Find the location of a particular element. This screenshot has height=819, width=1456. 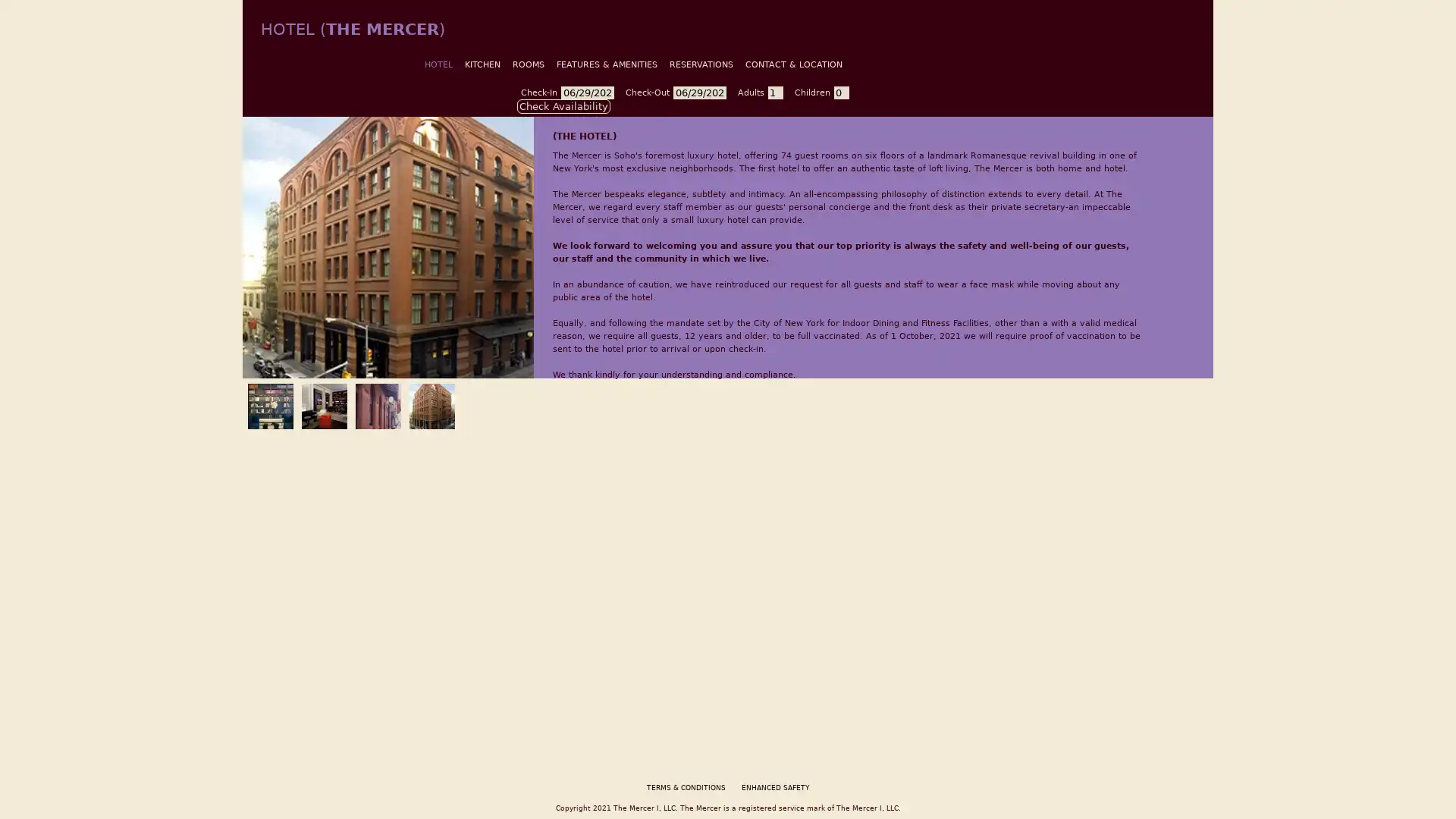

Check Availability is located at coordinates (563, 105).